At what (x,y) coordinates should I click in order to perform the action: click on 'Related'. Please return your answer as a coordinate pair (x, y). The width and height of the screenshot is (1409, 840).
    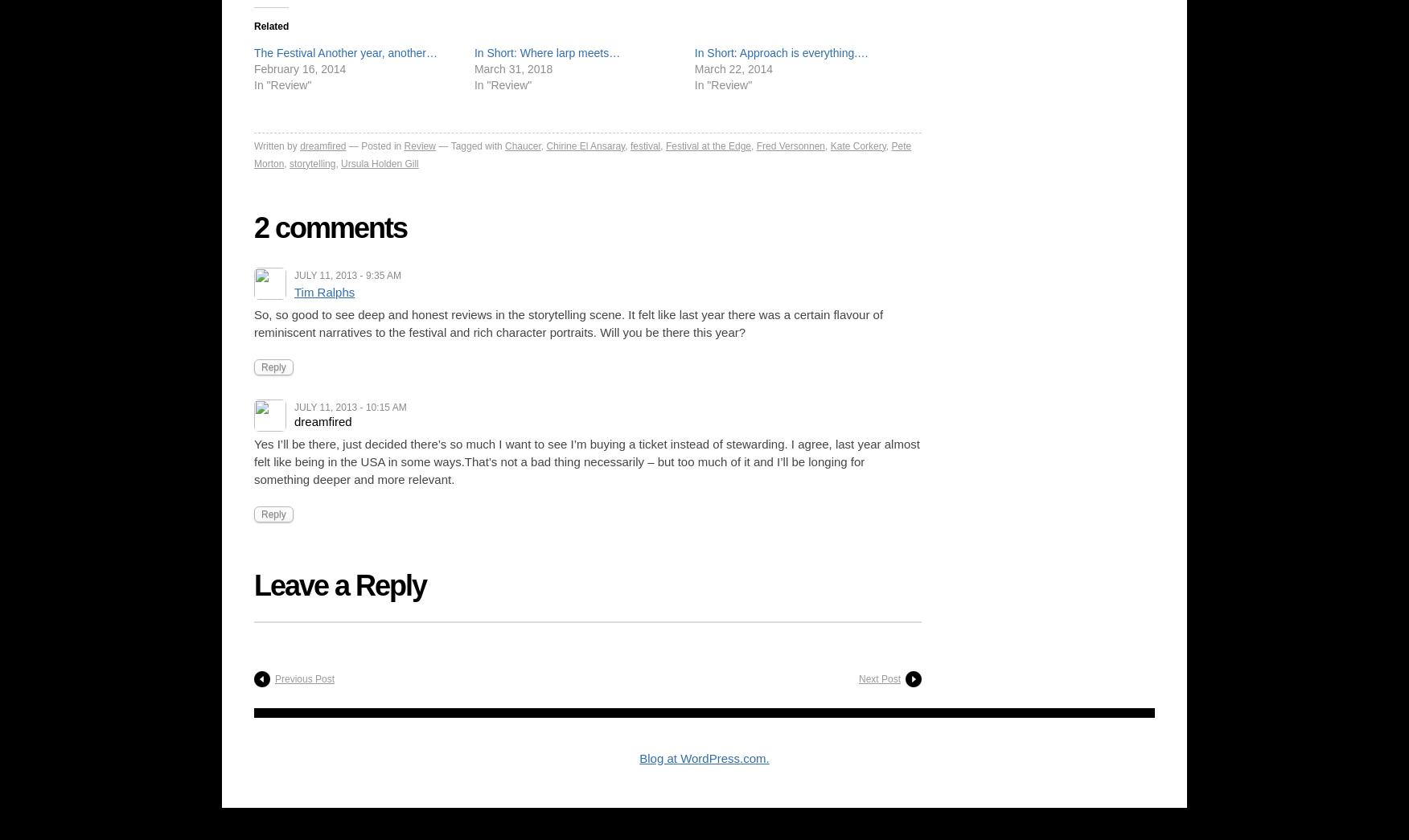
    Looking at the image, I should click on (254, 24).